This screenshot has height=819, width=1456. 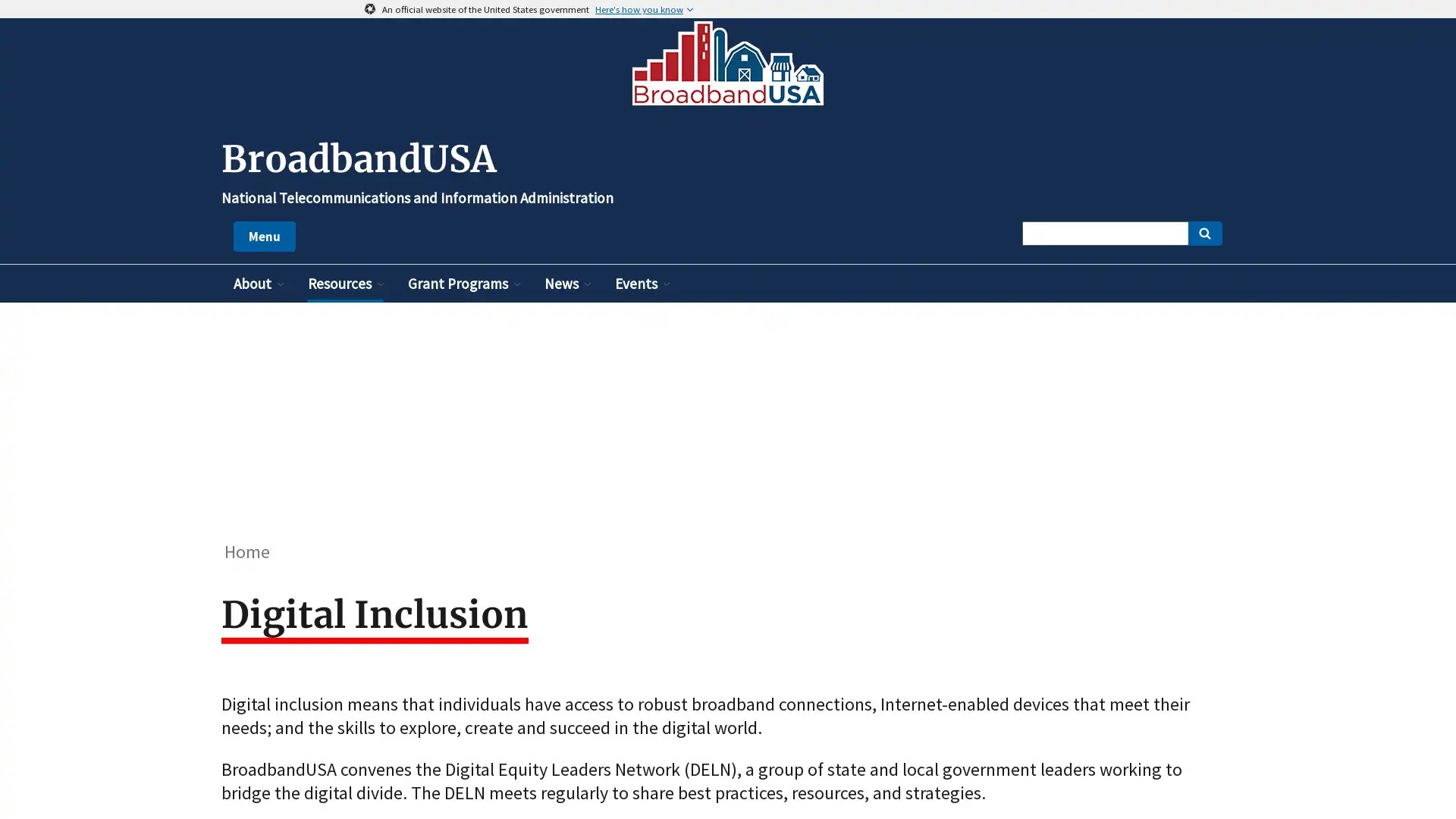 I want to click on Grant Programs, so click(x=463, y=284).